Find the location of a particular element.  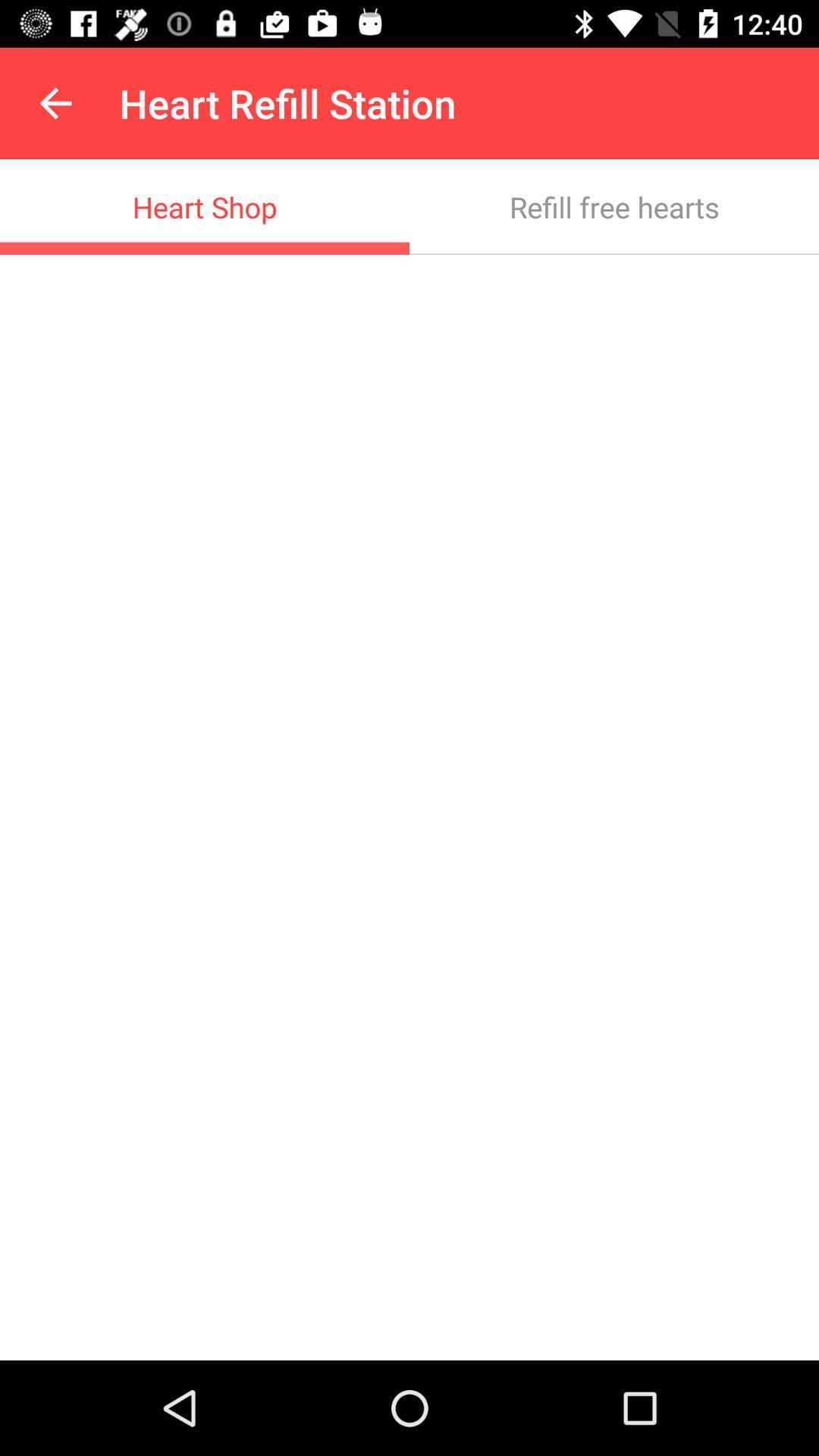

item to the left of the refill free hearts is located at coordinates (205, 206).